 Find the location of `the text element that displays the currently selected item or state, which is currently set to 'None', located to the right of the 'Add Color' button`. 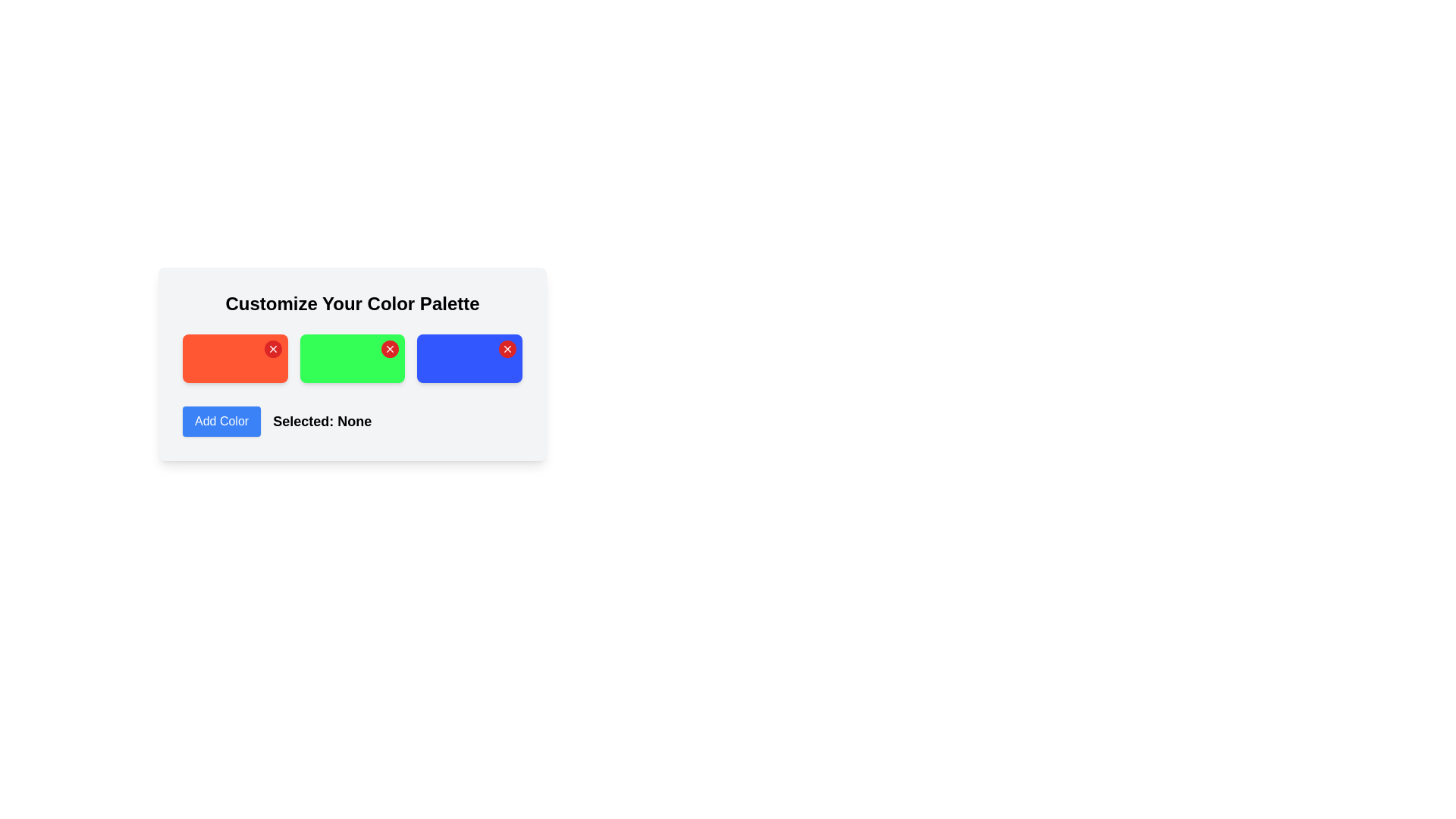

the text element that displays the currently selected item or state, which is currently set to 'None', located to the right of the 'Add Color' button is located at coordinates (322, 421).